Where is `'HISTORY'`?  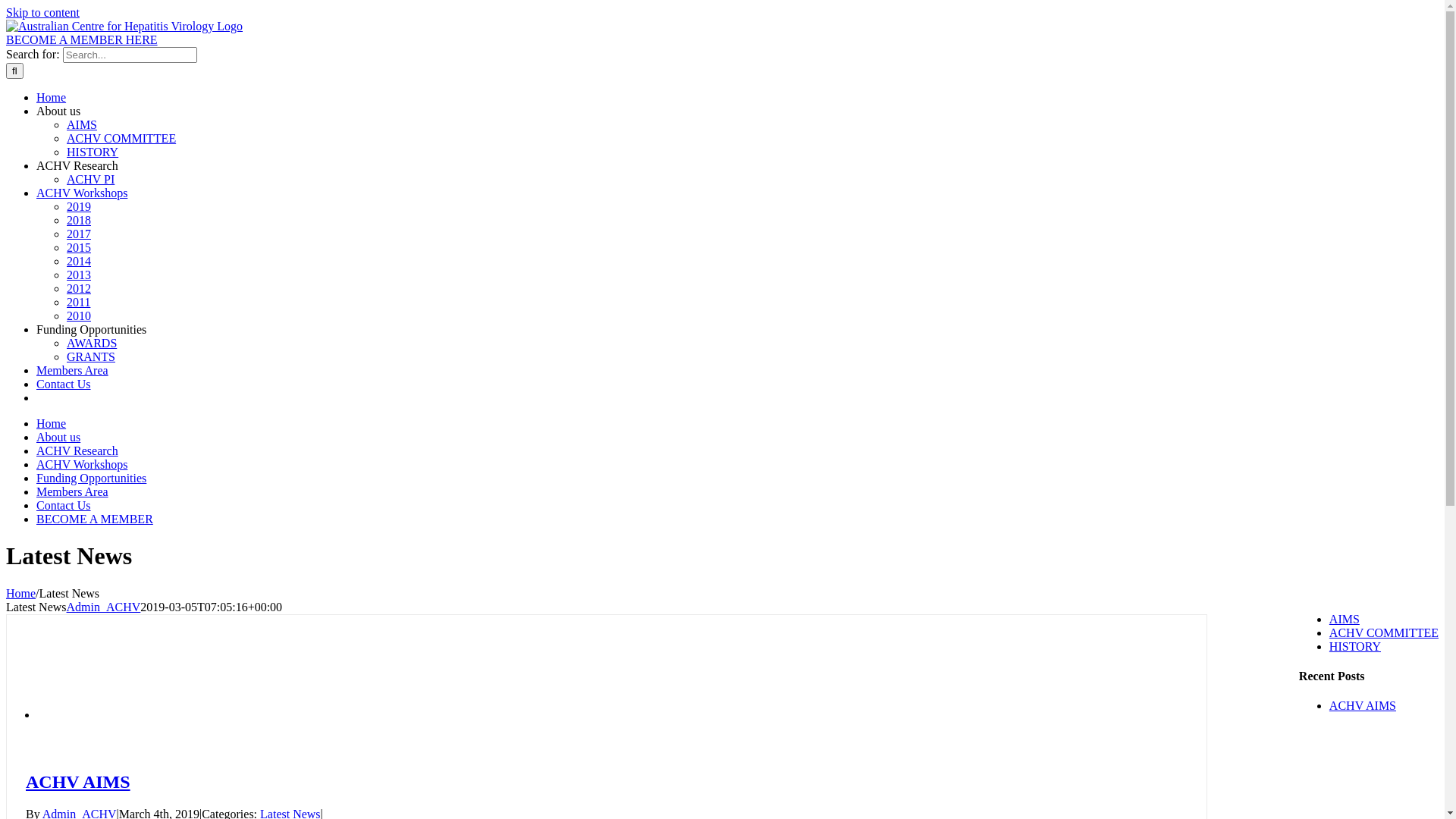
'HISTORY' is located at coordinates (1354, 646).